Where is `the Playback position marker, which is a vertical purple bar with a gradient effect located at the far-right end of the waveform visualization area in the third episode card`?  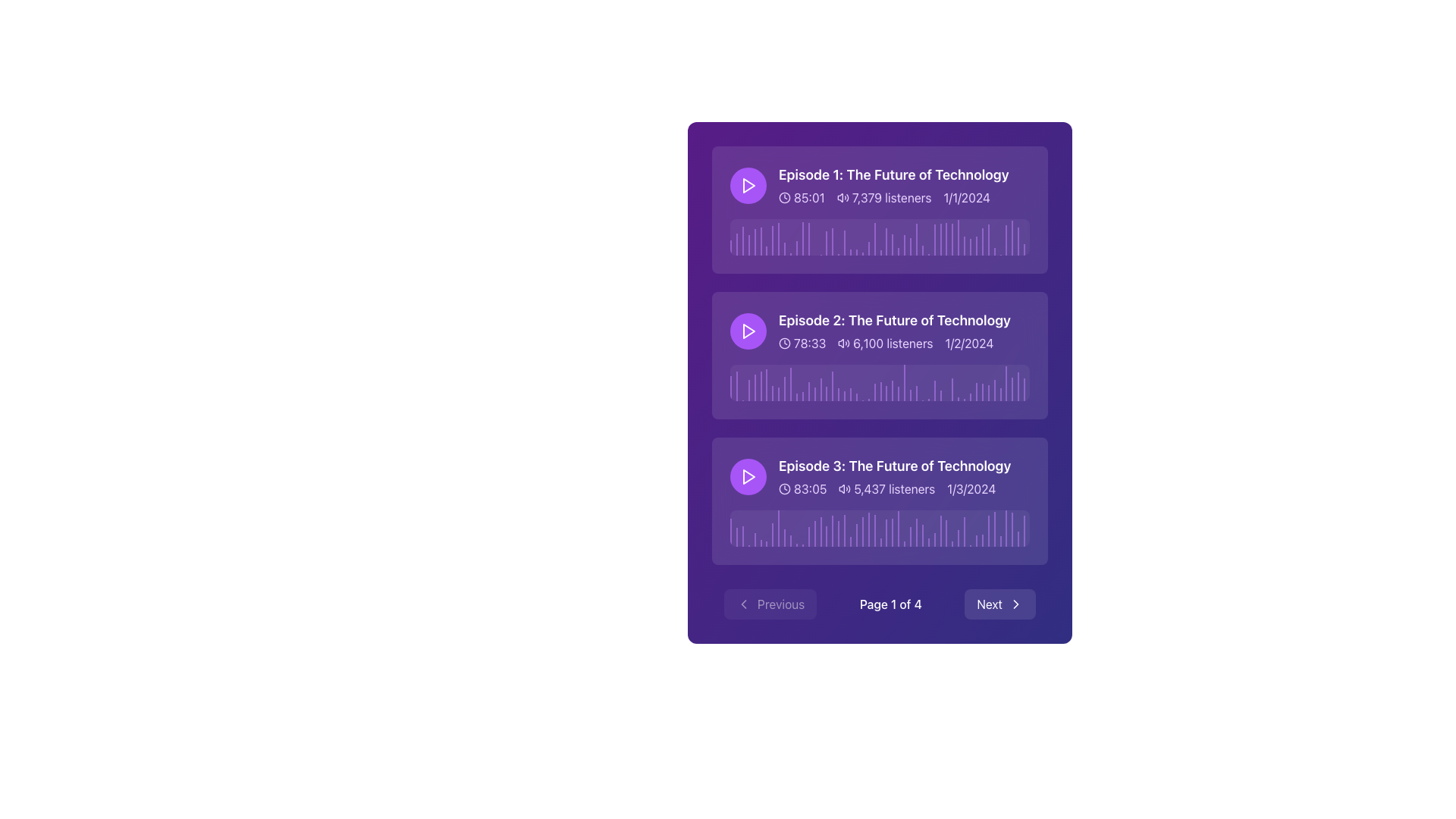
the Playback position marker, which is a vertical purple bar with a gradient effect located at the far-right end of the waveform visualization area in the third episode card is located at coordinates (1006, 528).